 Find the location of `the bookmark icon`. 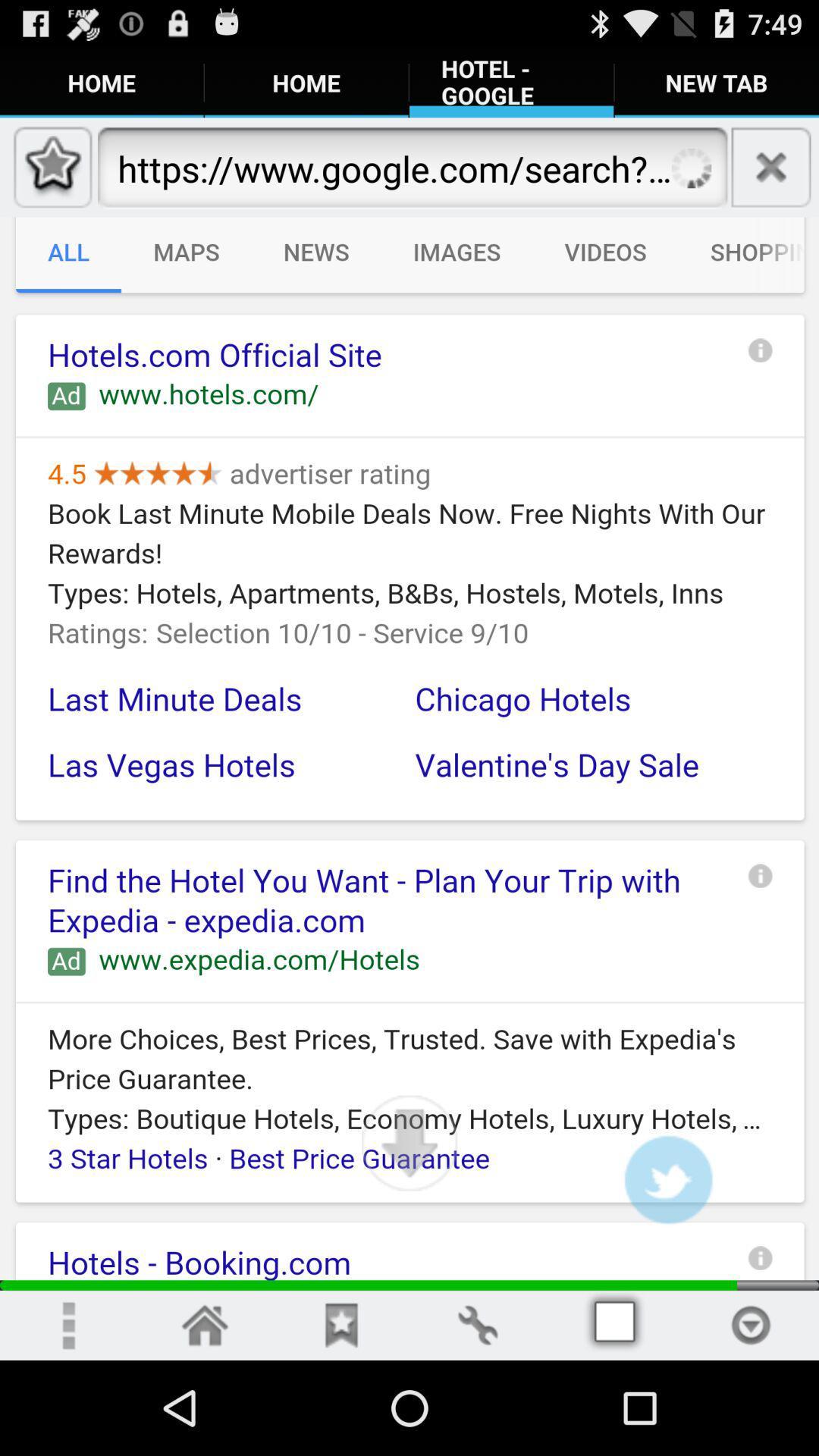

the bookmark icon is located at coordinates (341, 1417).